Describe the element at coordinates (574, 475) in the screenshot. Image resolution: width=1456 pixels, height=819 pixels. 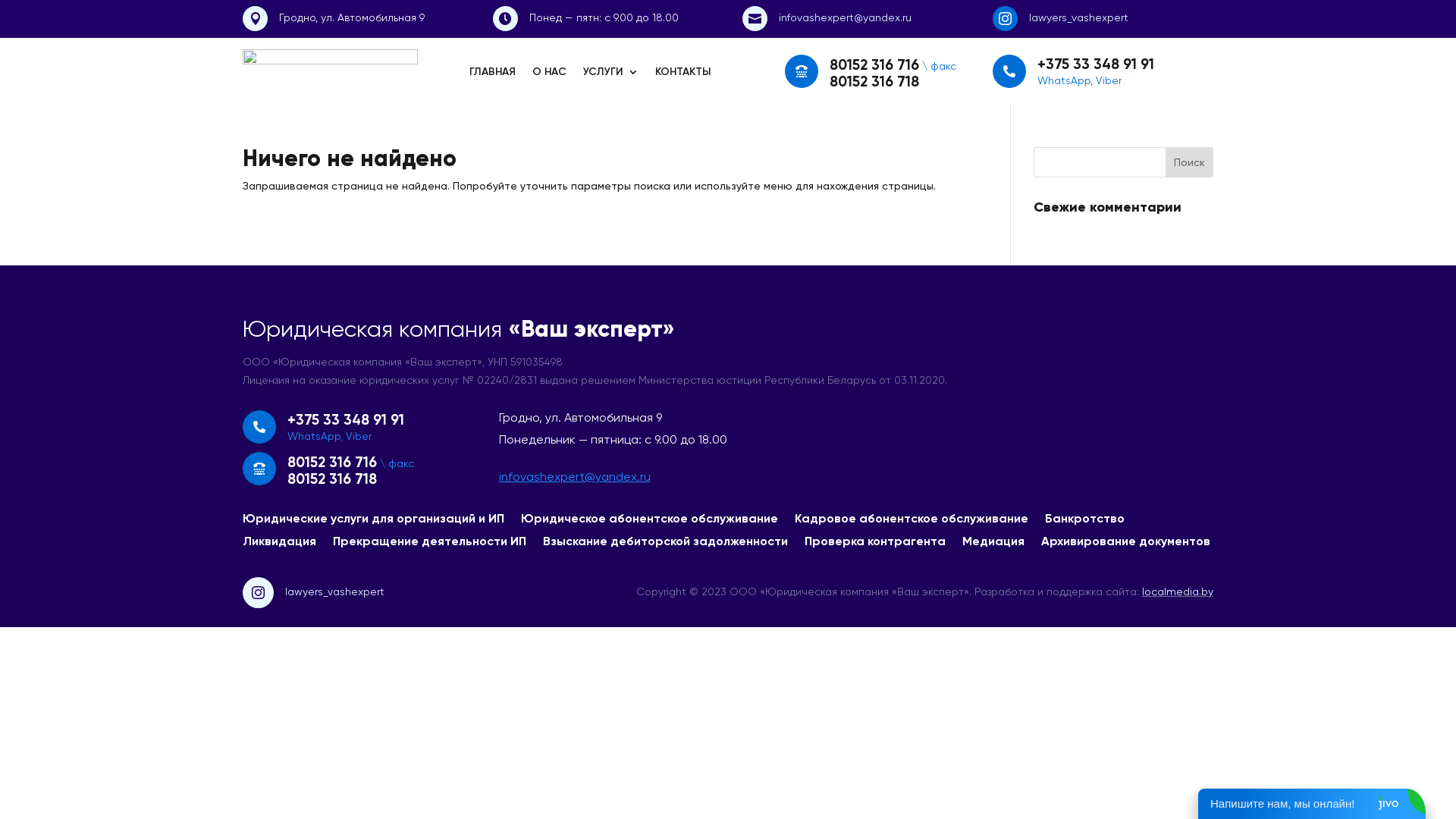
I see `'infovashexpert@yandex.ru'` at that location.